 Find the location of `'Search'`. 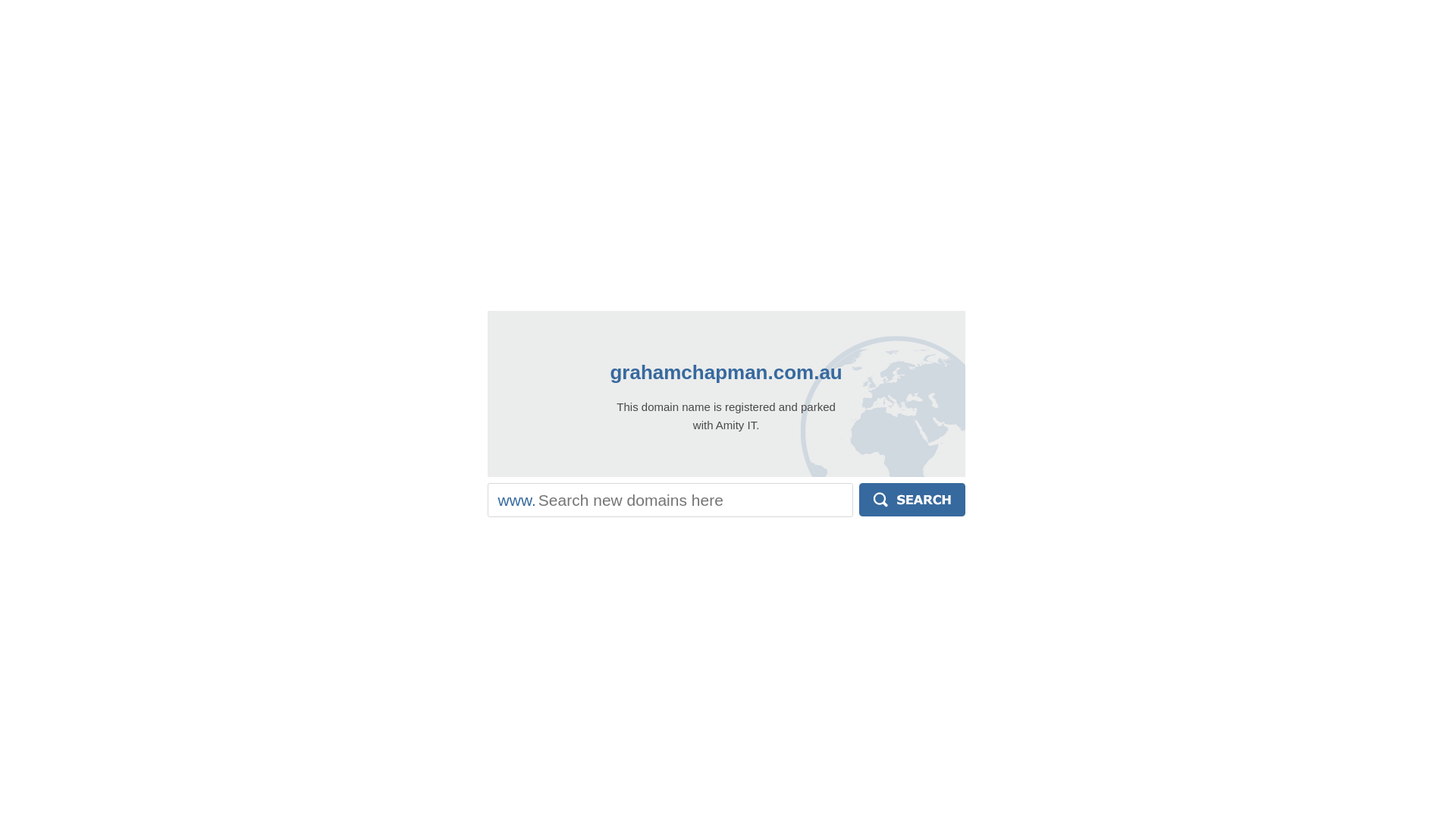

'Search' is located at coordinates (912, 500).